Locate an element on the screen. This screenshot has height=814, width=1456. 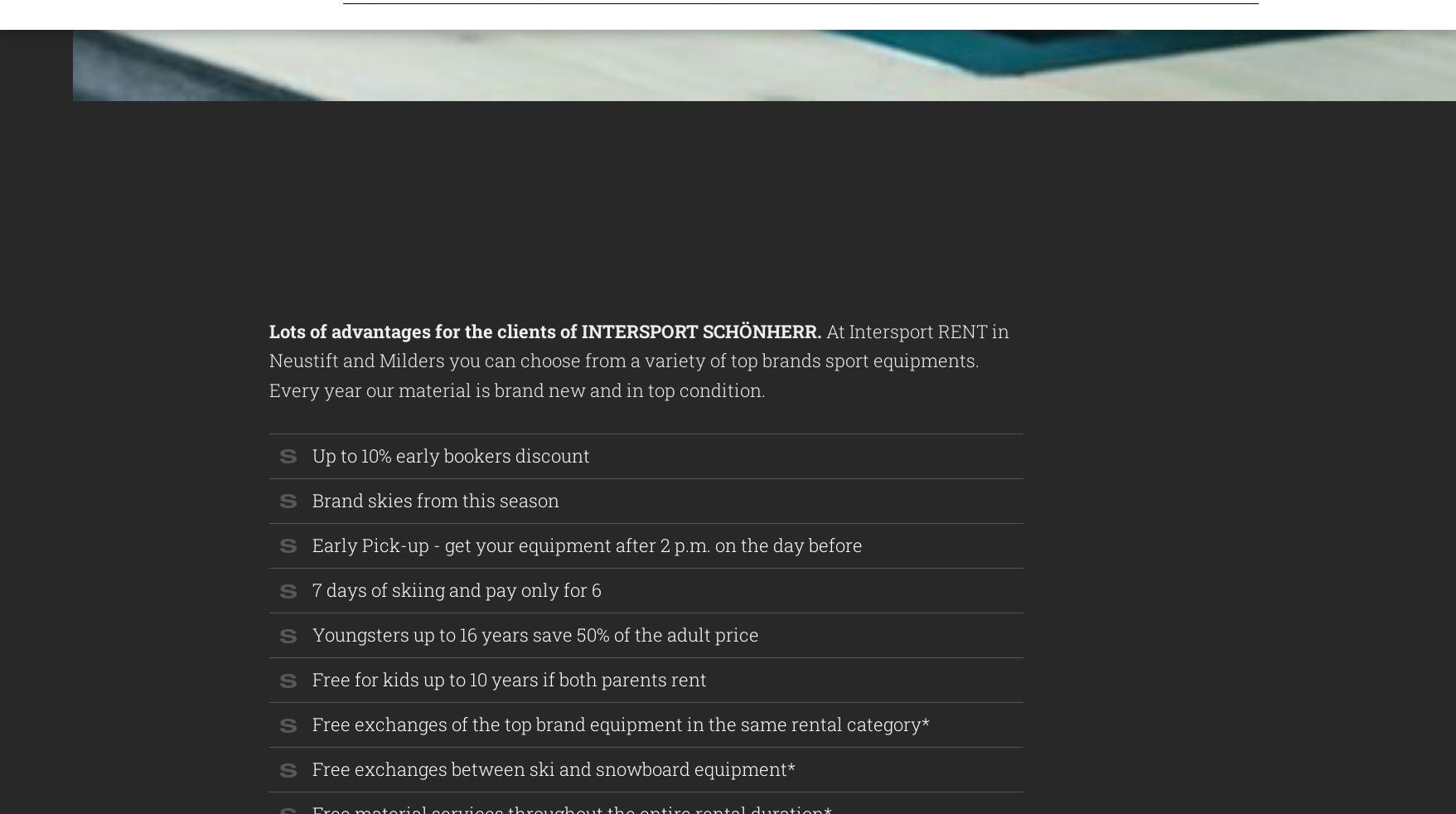
'Early Pick-up - get your equipment after 2 p.m. on the day before' is located at coordinates (312, 544).